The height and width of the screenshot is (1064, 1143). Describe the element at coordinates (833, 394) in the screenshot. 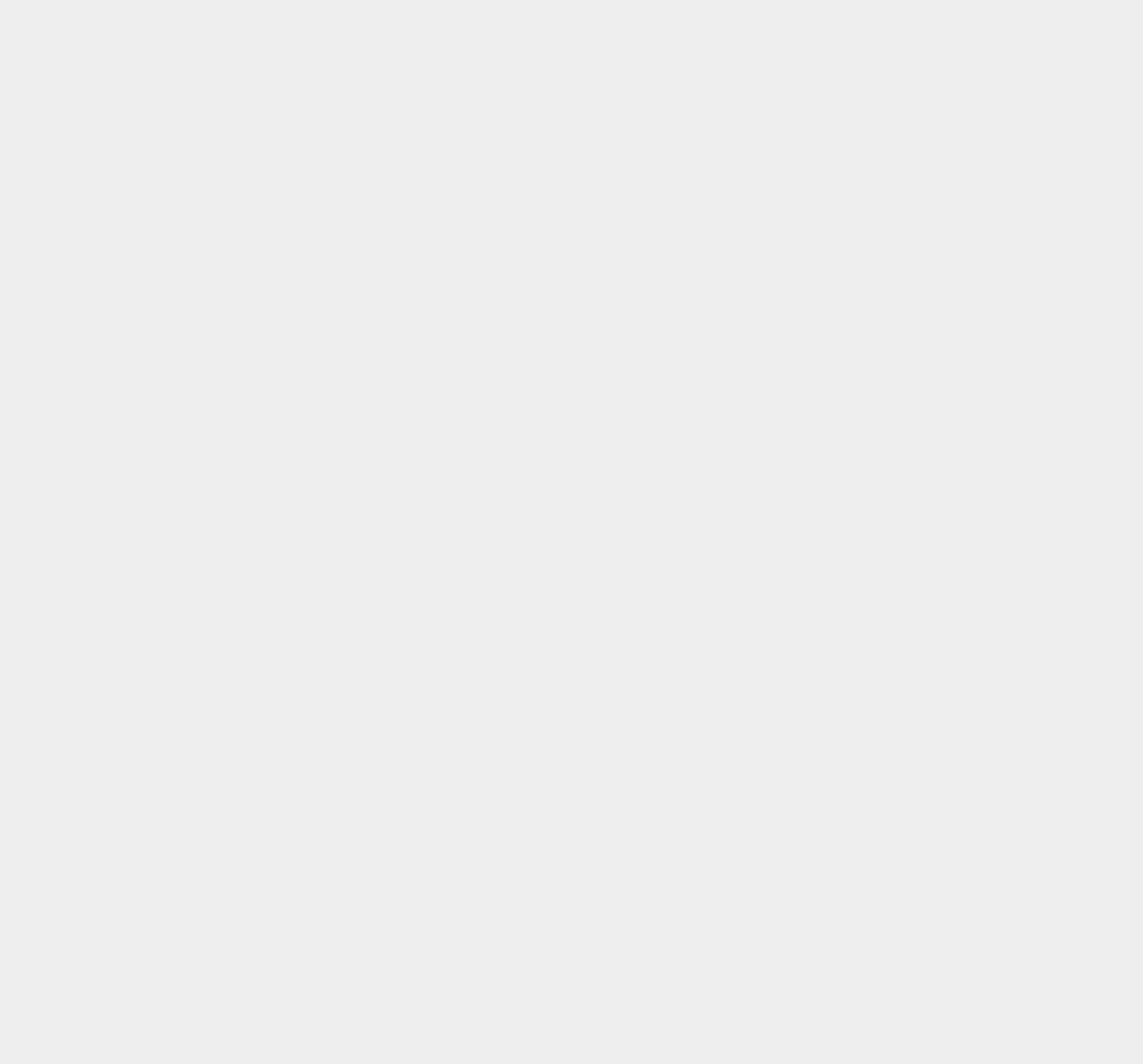

I see `'SkyDrive'` at that location.